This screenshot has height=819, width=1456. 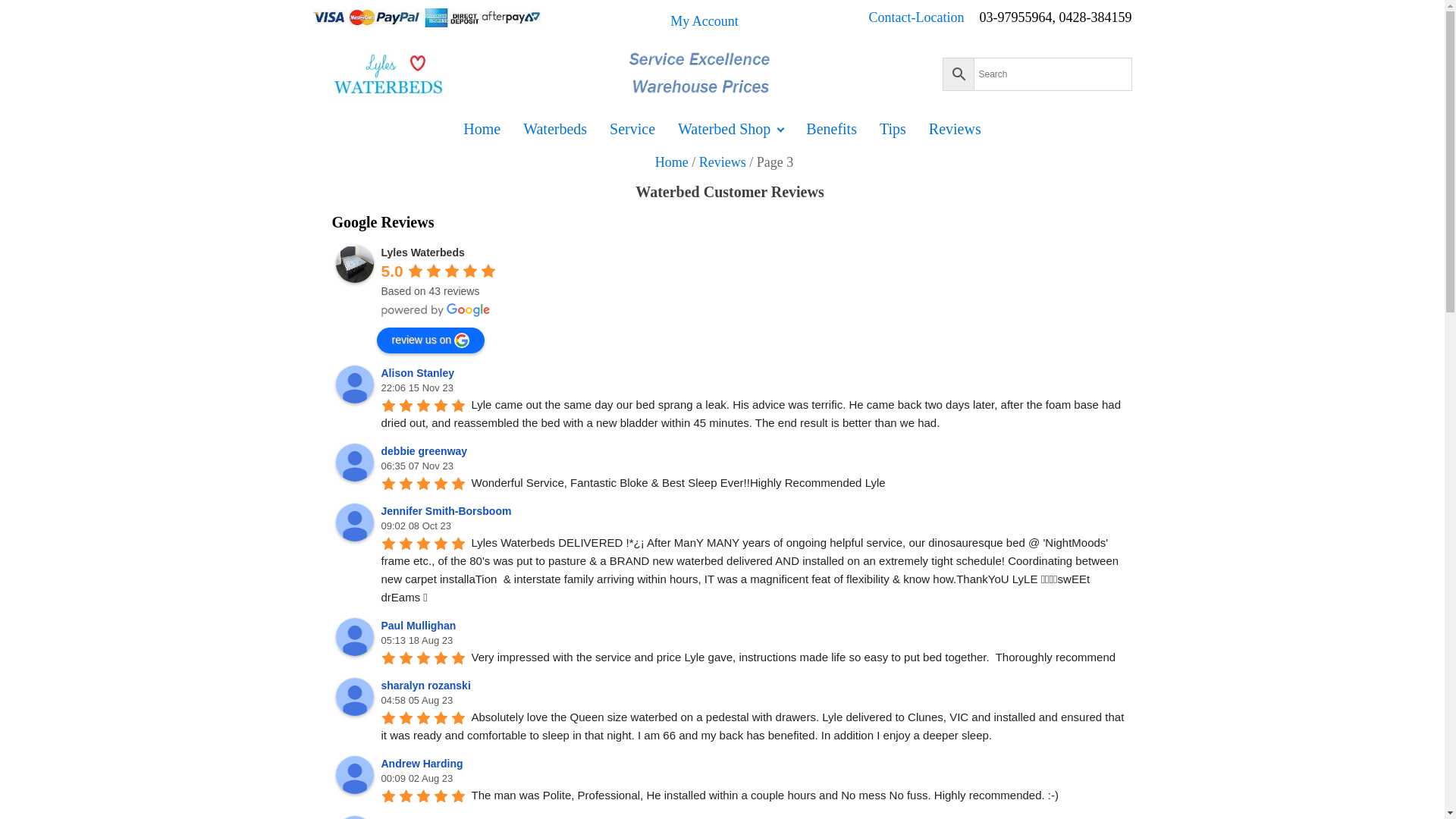 What do you see at coordinates (704, 21) in the screenshot?
I see `'My Account'` at bounding box center [704, 21].